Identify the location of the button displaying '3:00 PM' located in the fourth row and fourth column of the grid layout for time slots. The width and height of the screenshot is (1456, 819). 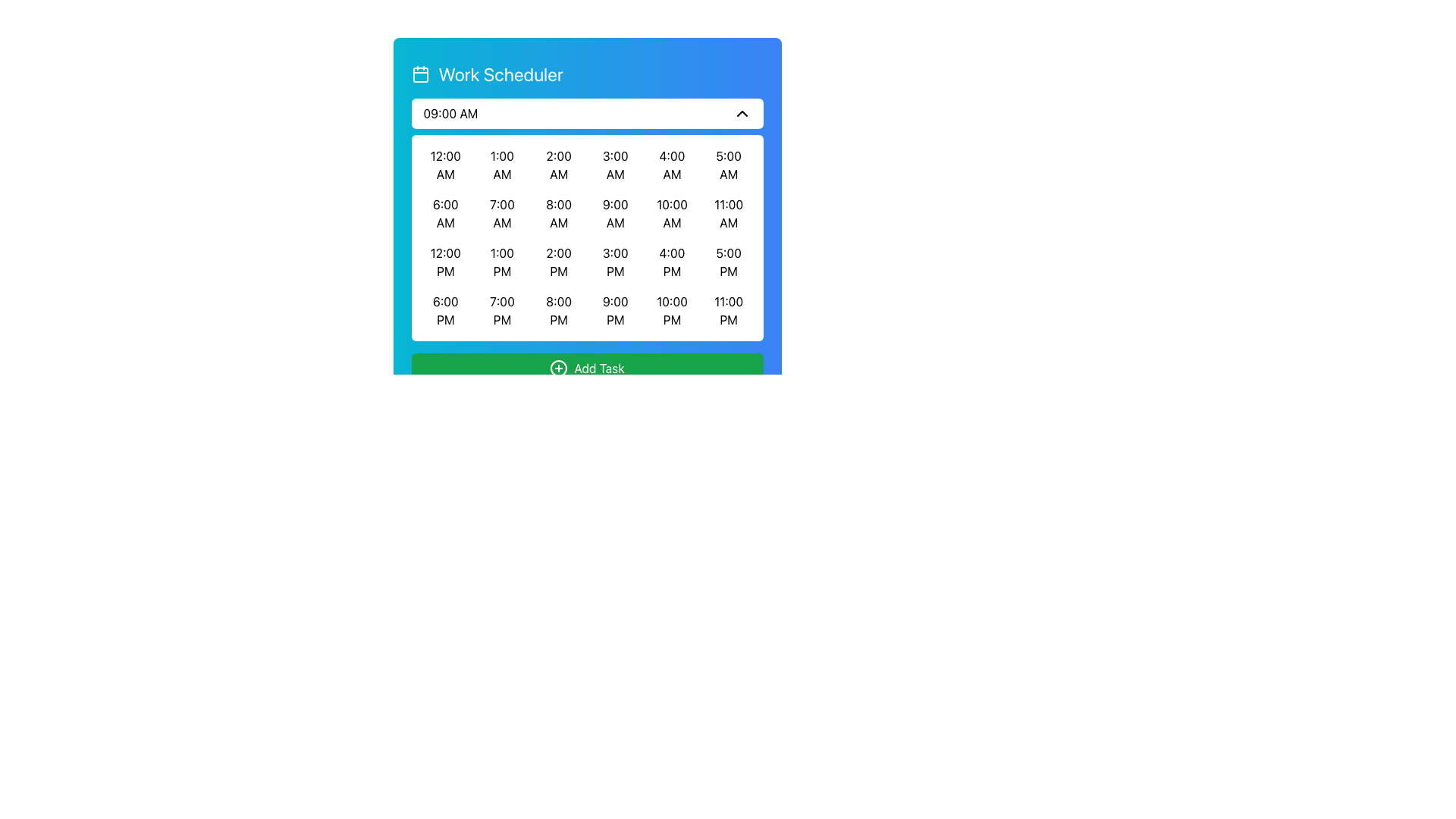
(615, 262).